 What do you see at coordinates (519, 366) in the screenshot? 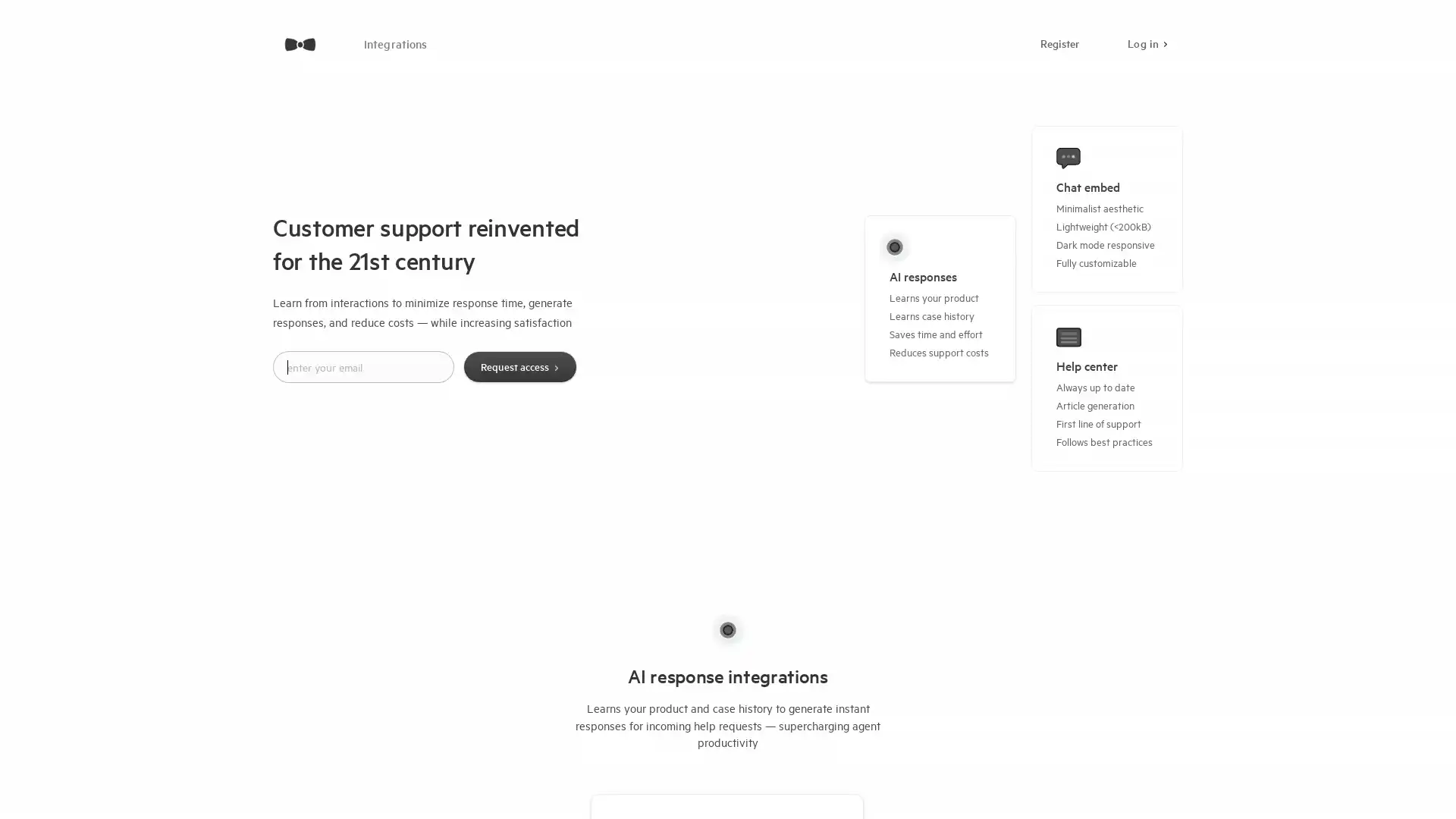
I see `Request access` at bounding box center [519, 366].